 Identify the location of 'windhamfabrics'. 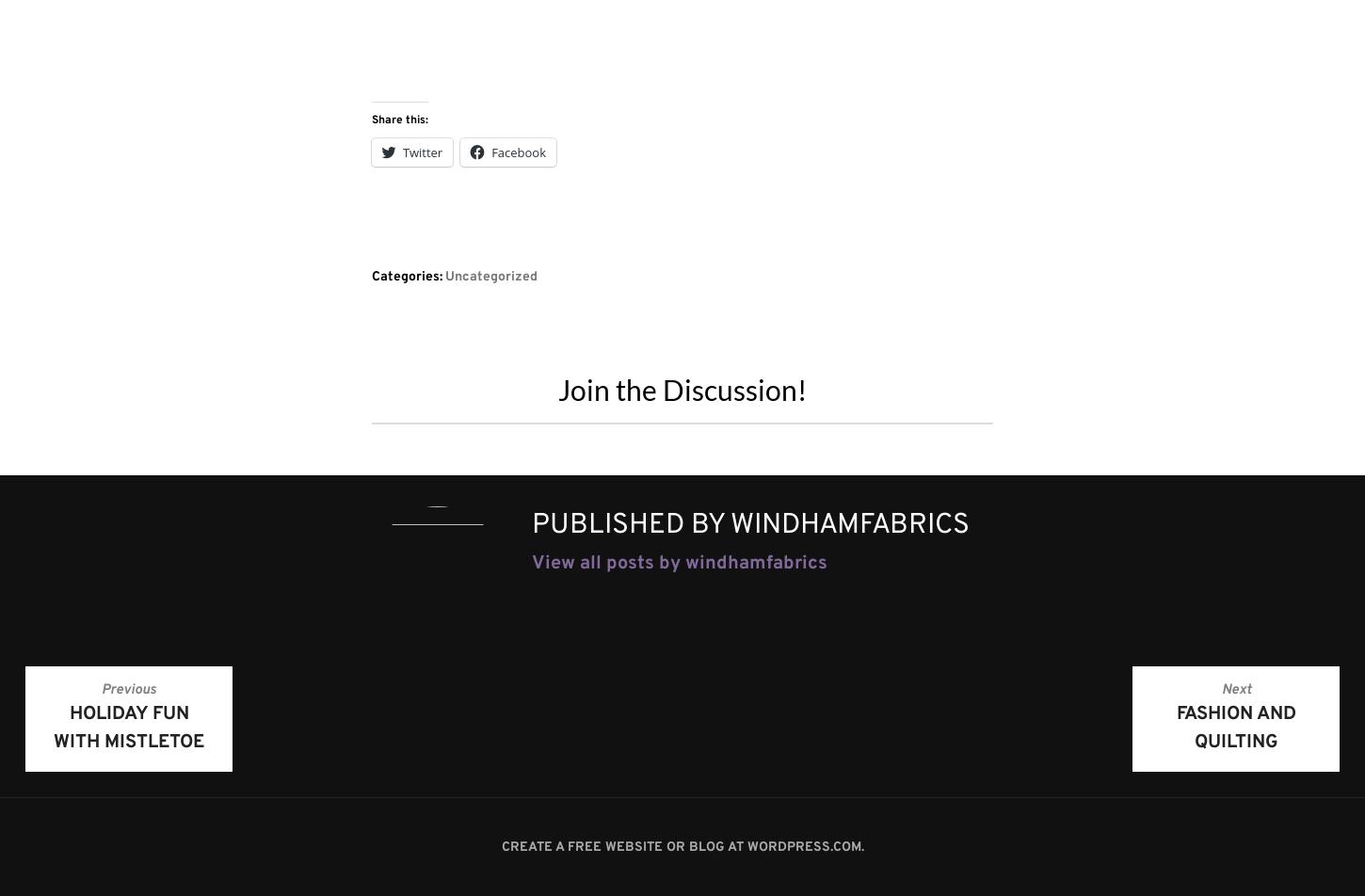
(848, 524).